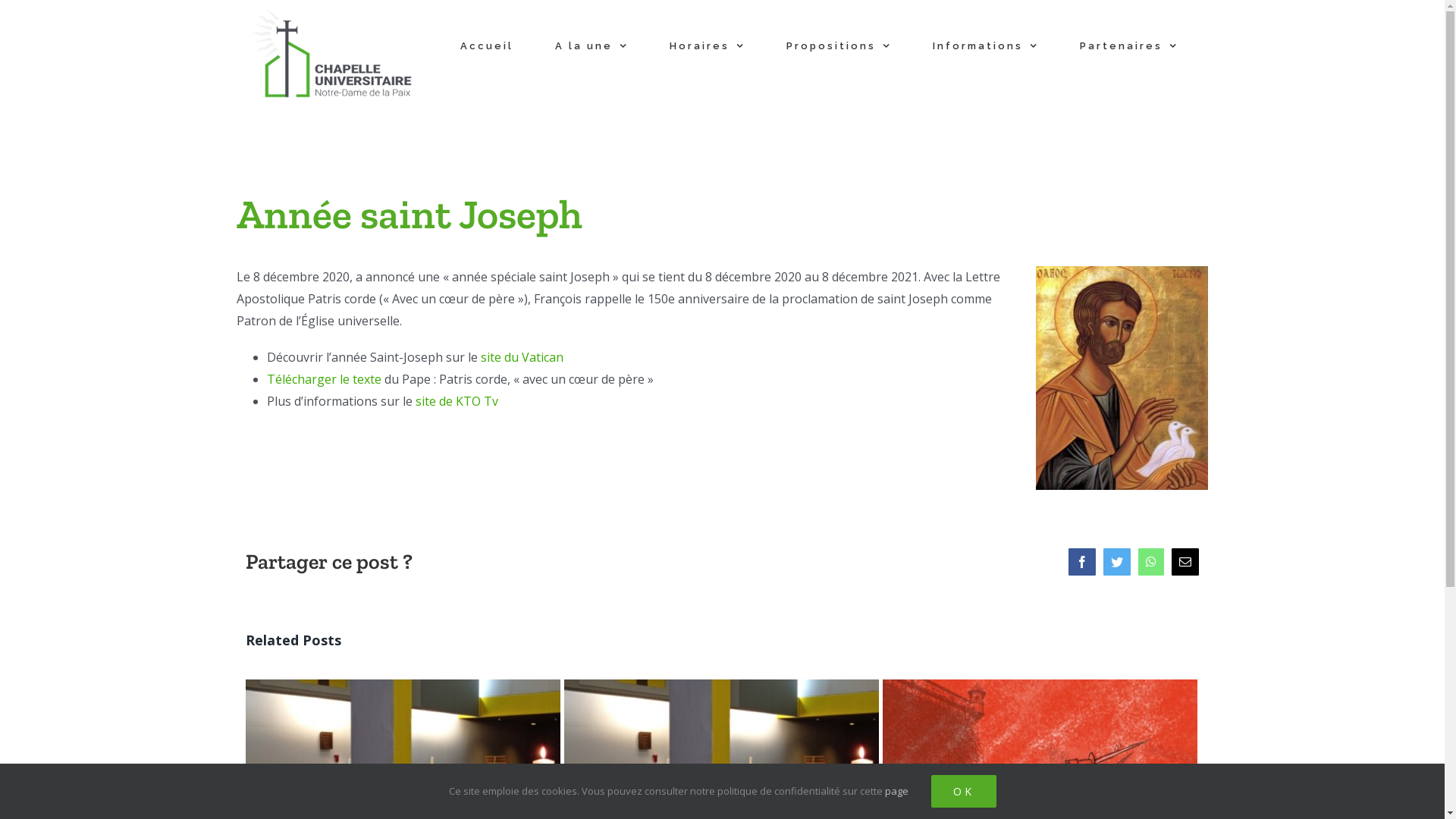 The width and height of the screenshot is (1456, 819). What do you see at coordinates (963, 790) in the screenshot?
I see `'OK'` at bounding box center [963, 790].